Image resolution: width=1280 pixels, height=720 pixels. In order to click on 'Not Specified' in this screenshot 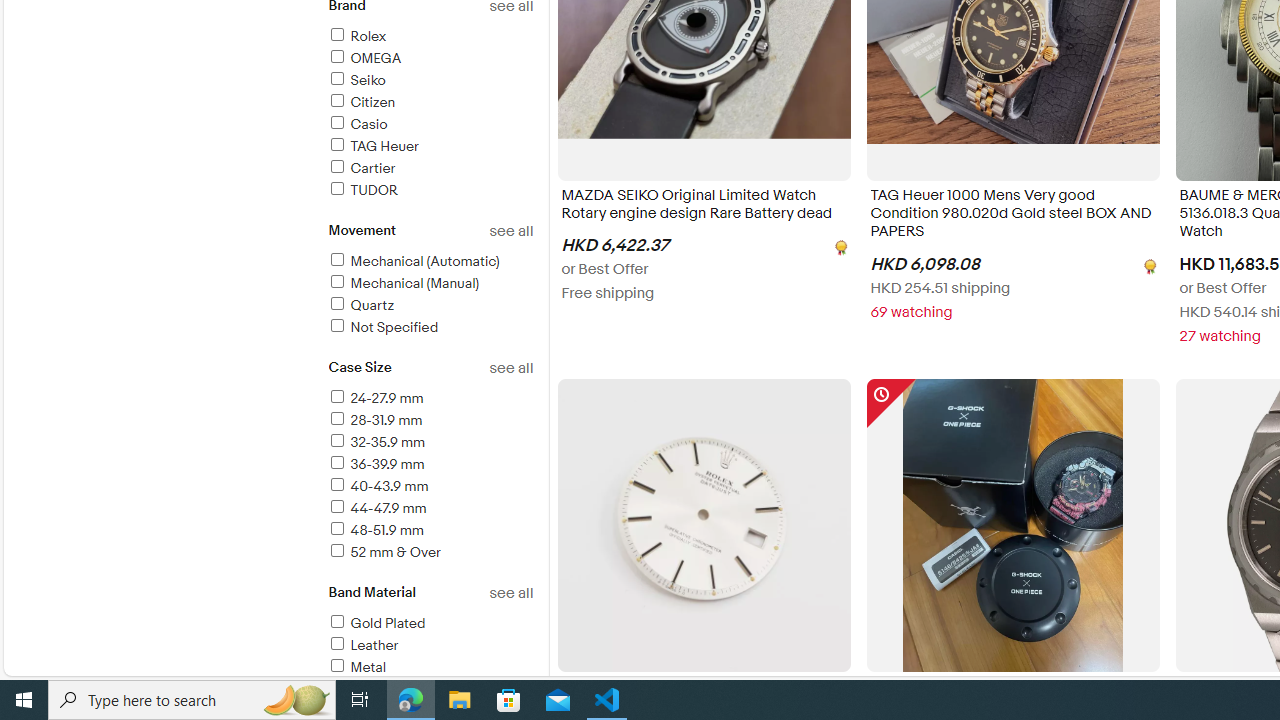, I will do `click(382, 326)`.